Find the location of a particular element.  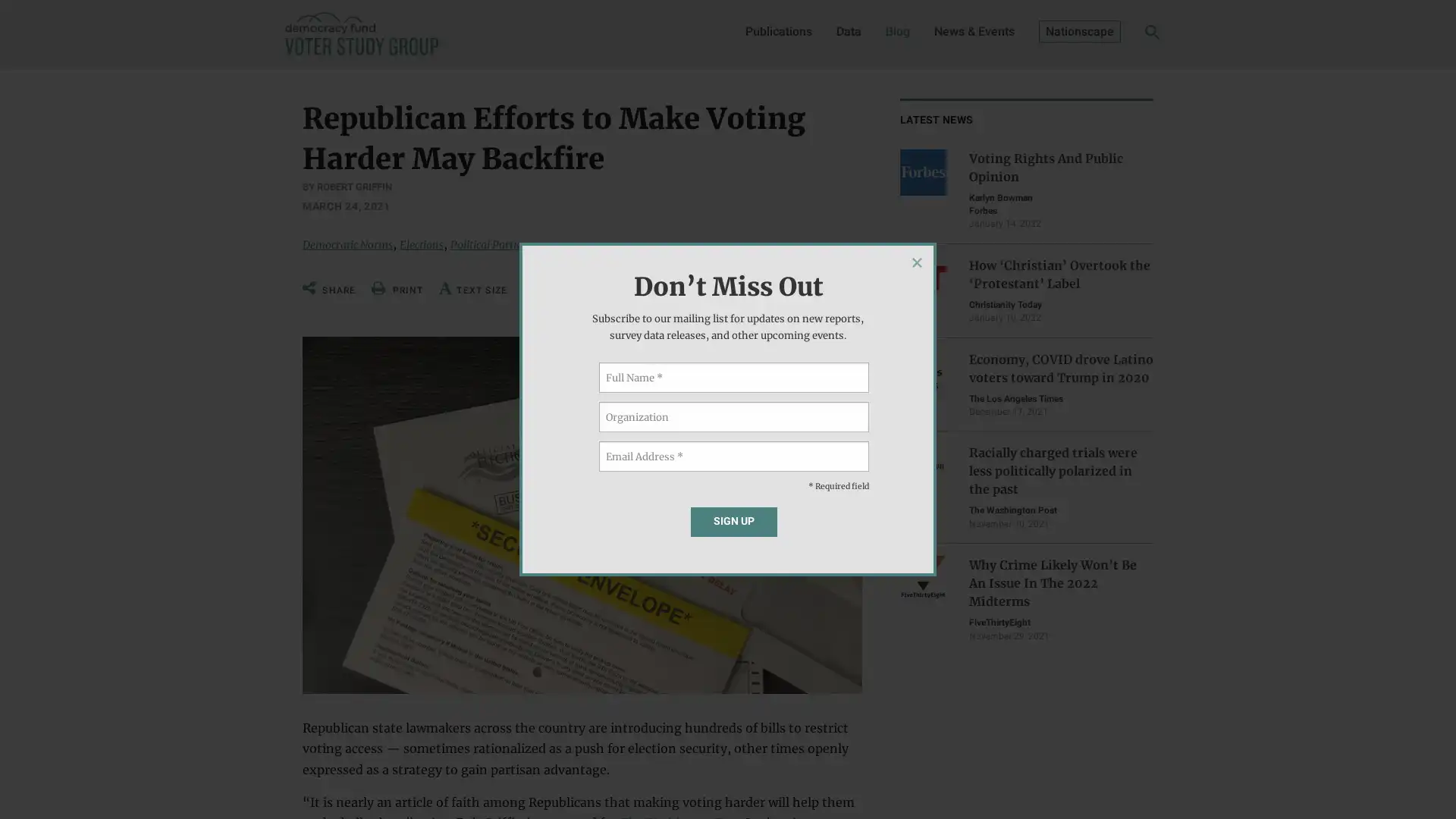

SEARCH is located at coordinates (1128, 35).